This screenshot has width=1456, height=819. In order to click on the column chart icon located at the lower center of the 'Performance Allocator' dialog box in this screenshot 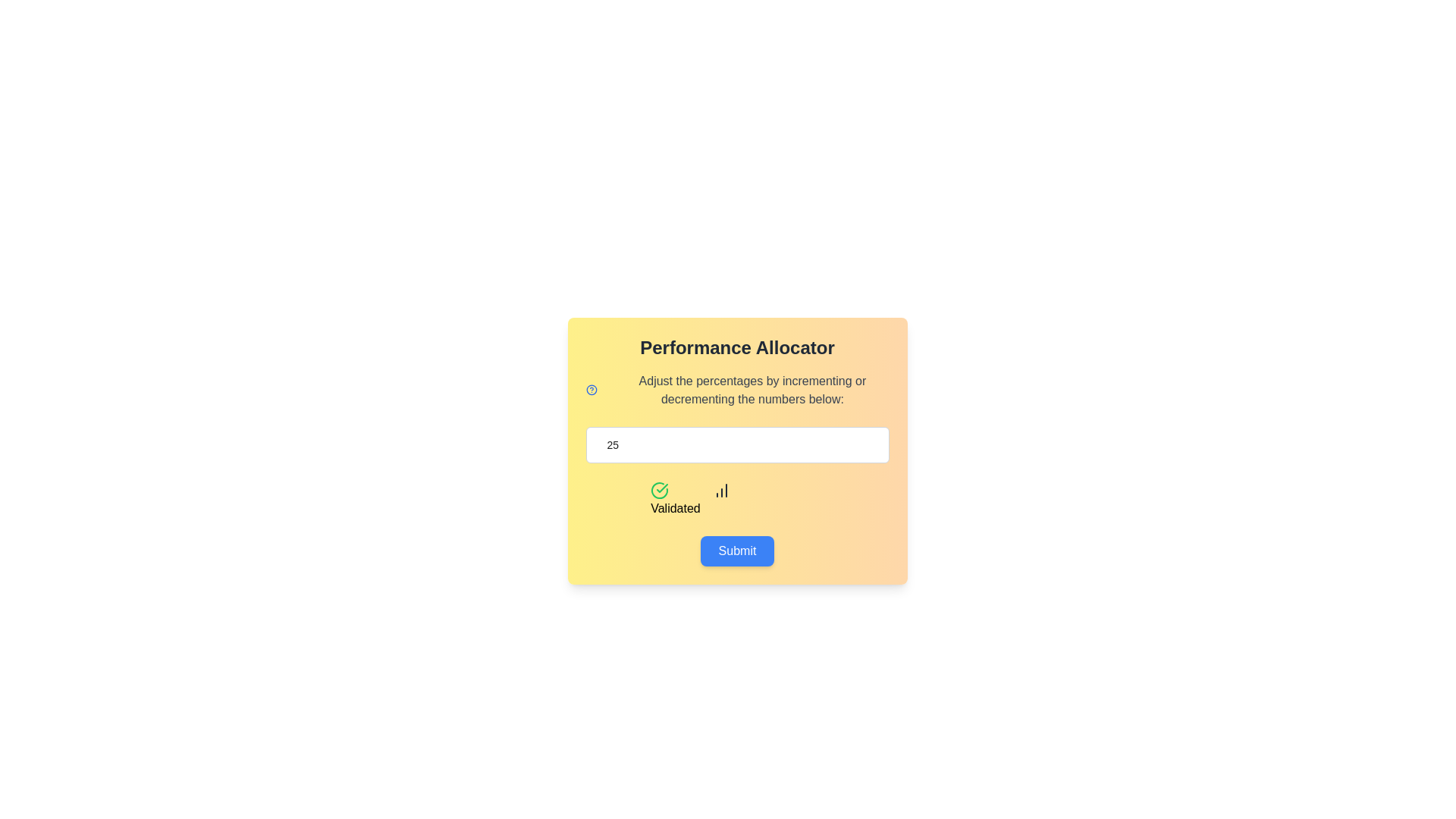, I will do `click(720, 491)`.